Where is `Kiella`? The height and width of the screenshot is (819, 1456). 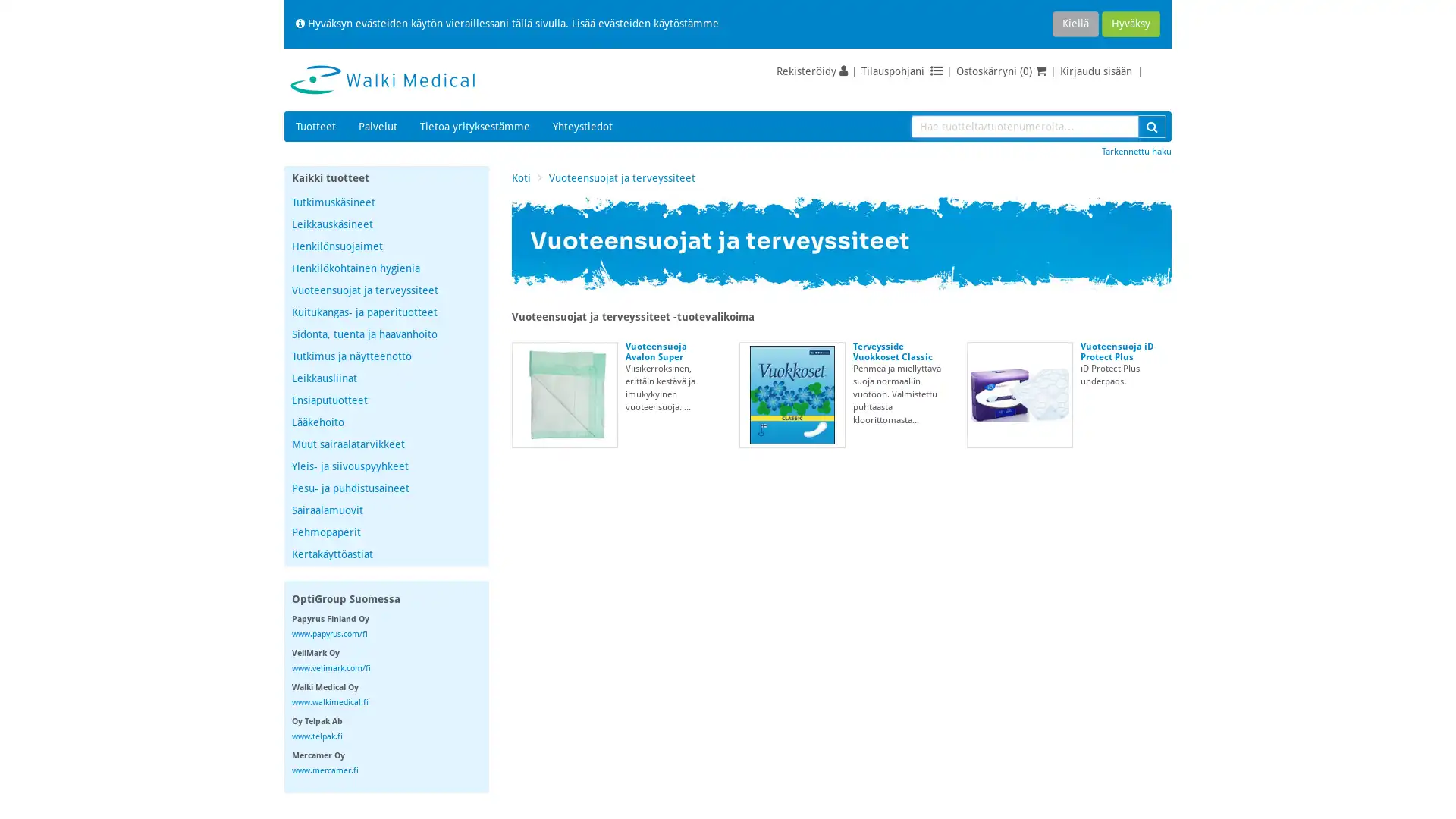
Kiella is located at coordinates (1075, 24).